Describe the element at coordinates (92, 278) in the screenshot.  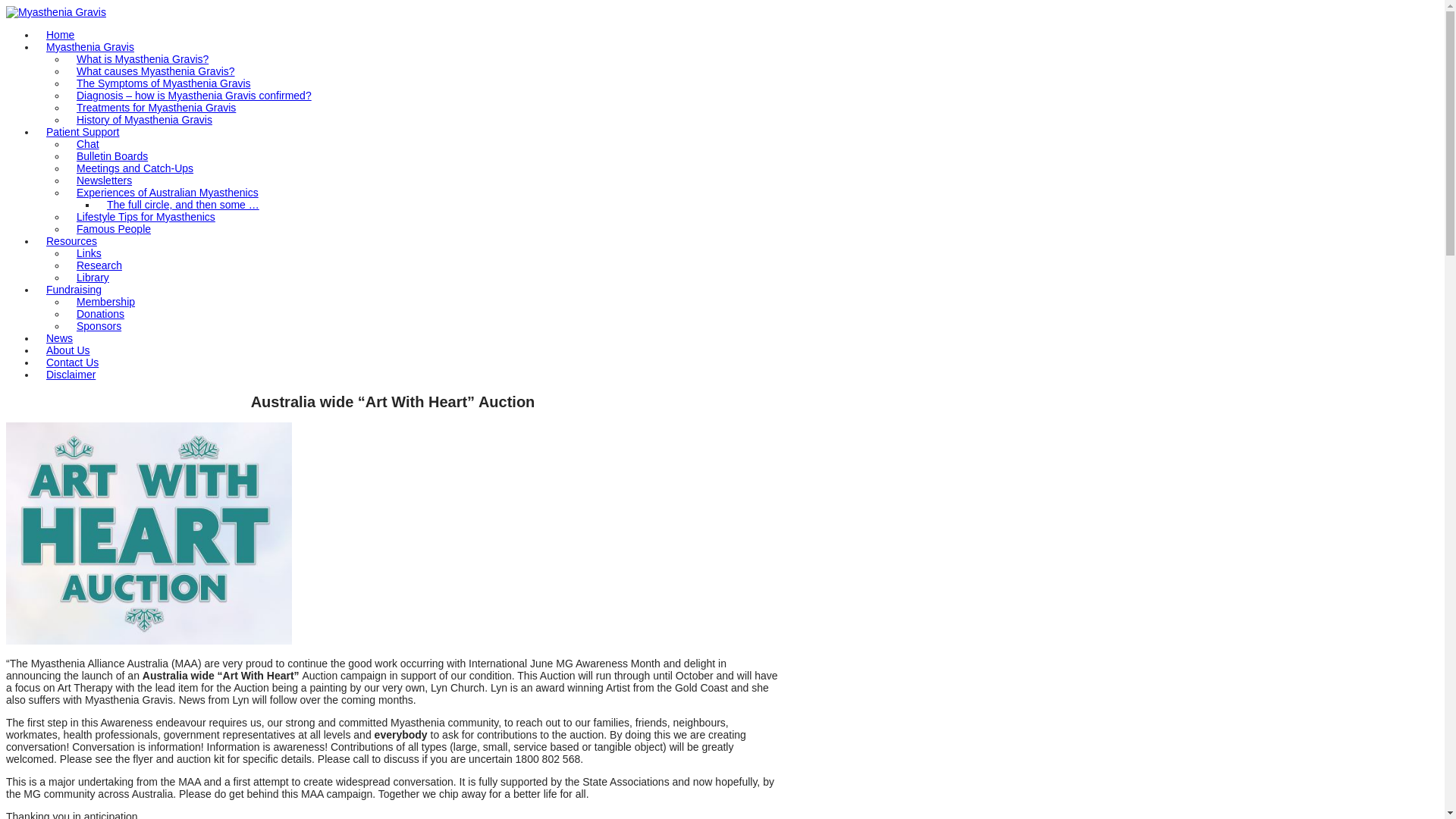
I see `'Library'` at that location.